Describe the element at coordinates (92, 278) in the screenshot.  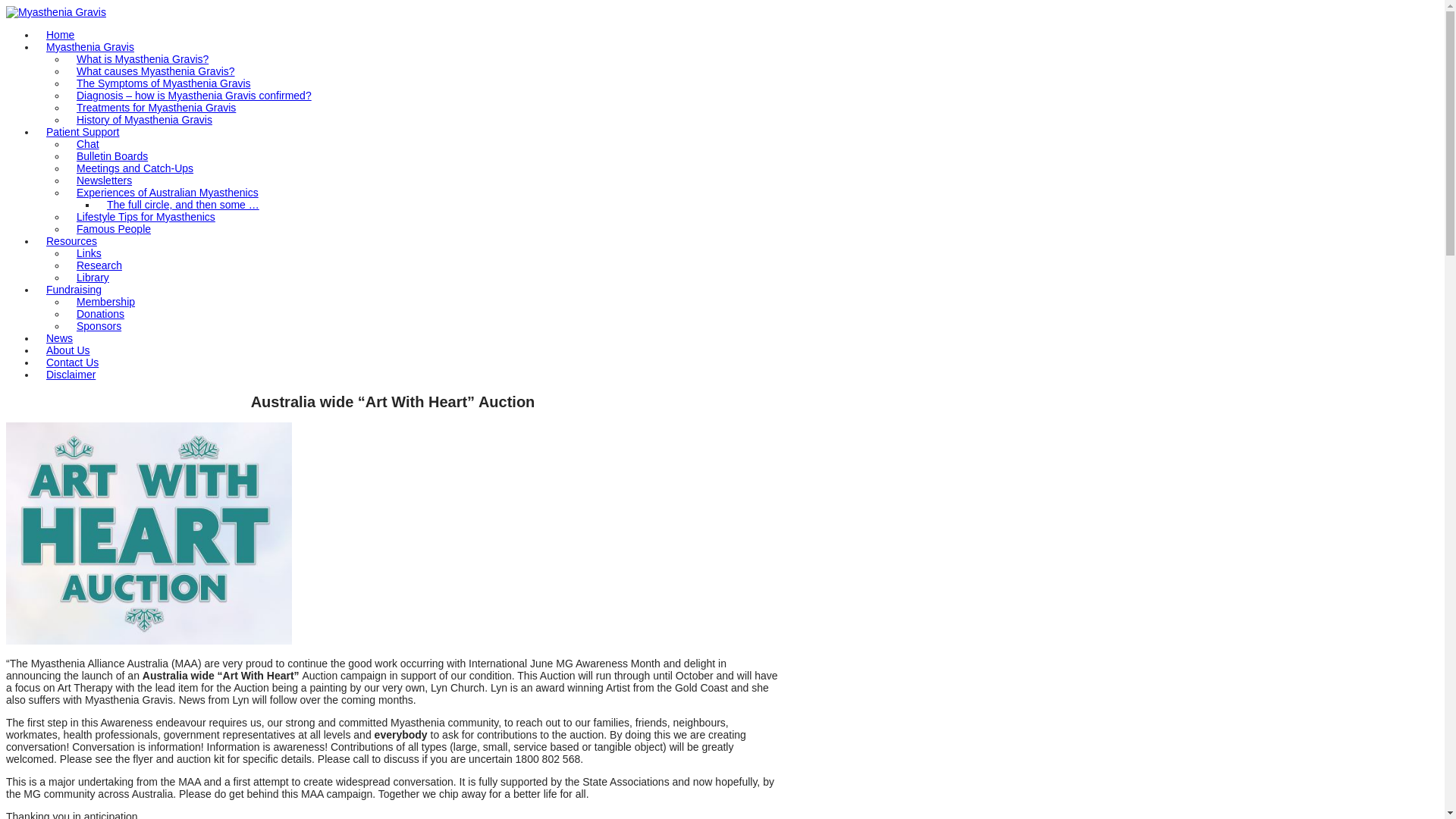
I see `'Library'` at that location.